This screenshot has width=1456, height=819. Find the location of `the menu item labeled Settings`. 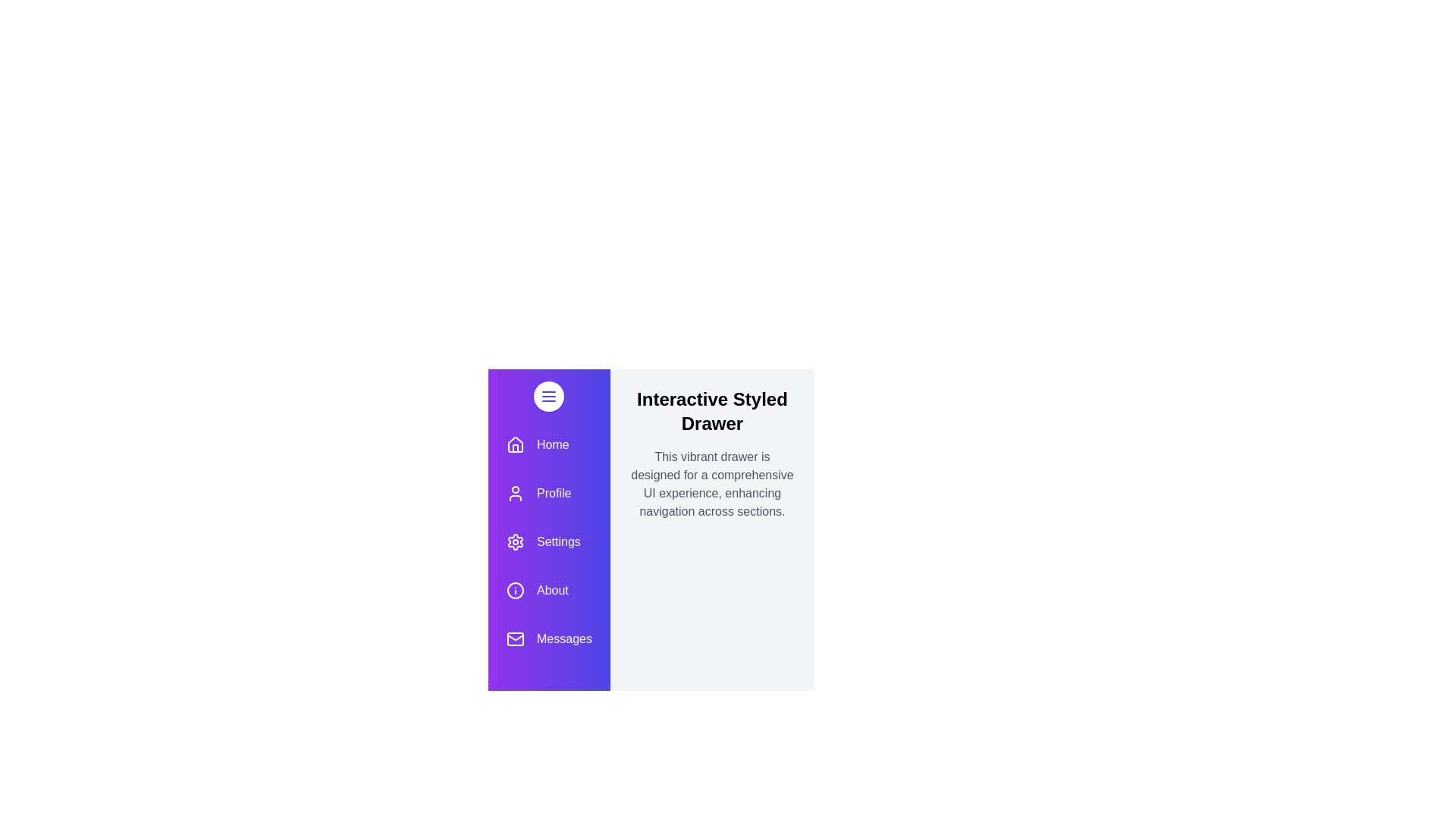

the menu item labeled Settings is located at coordinates (548, 541).